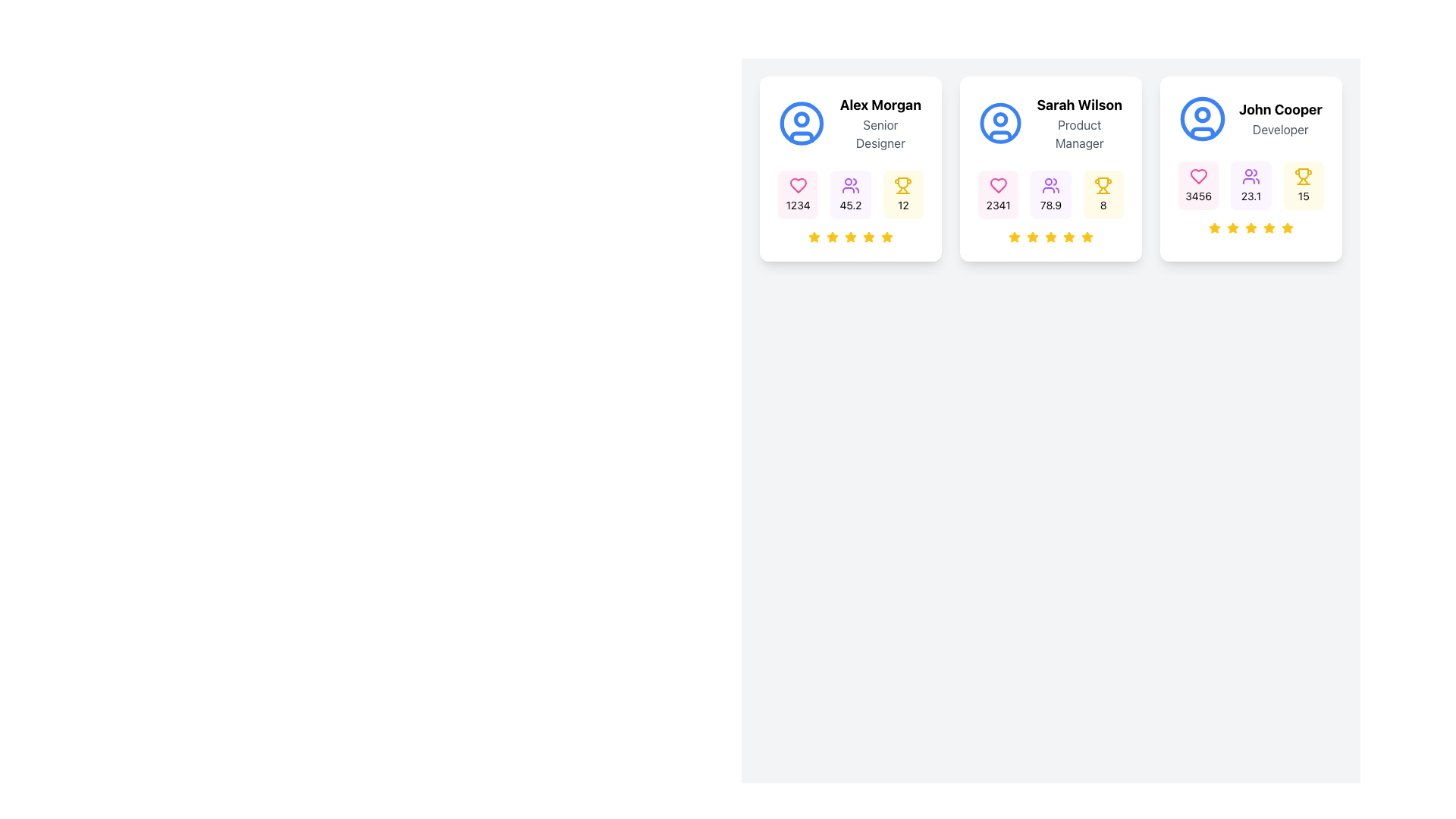 Image resolution: width=1456 pixels, height=819 pixels. Describe the element at coordinates (1251, 227) in the screenshot. I see `the fourth rating star icon located underneath the profile card of 'John Cooper' in the grid layout` at that location.